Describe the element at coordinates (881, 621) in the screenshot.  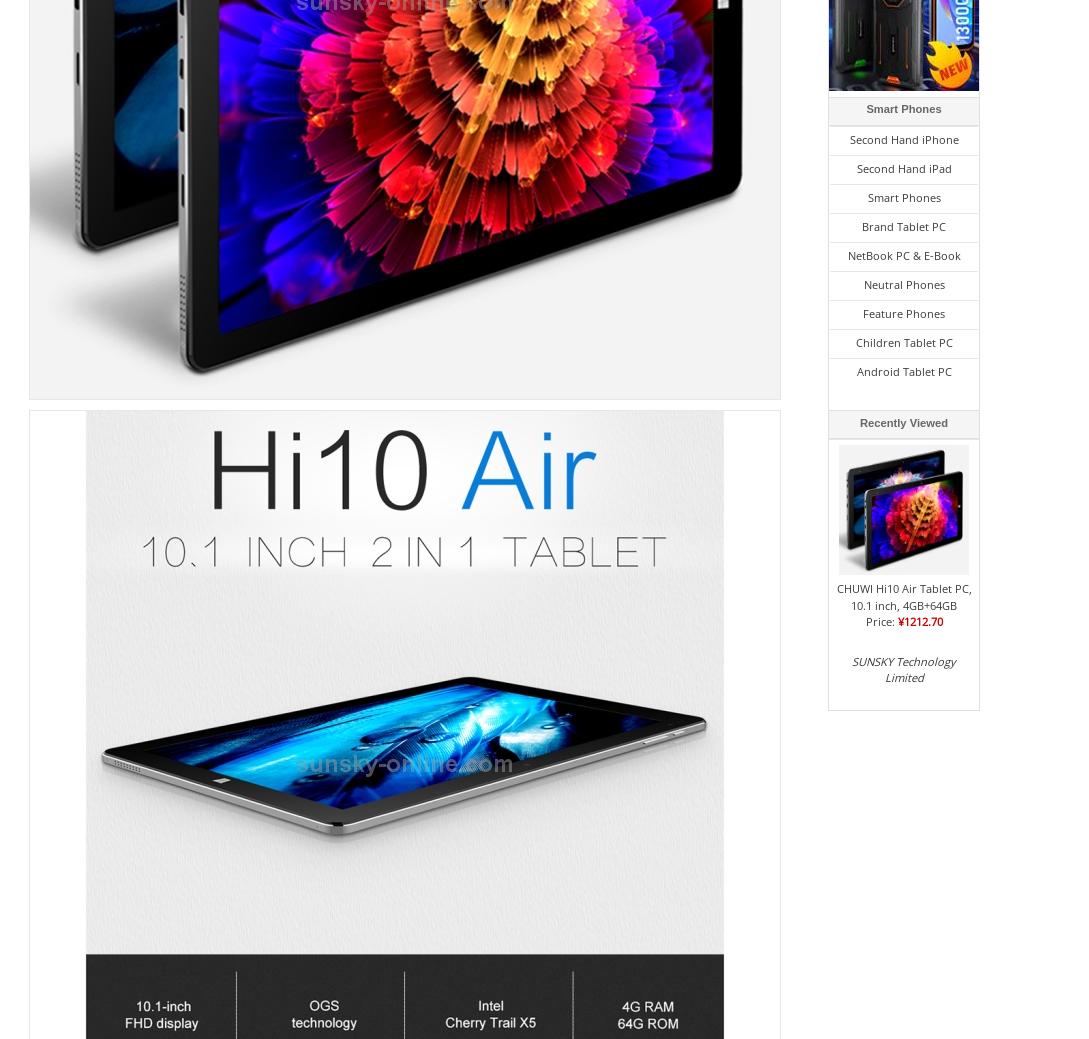
I see `'Price:'` at that location.